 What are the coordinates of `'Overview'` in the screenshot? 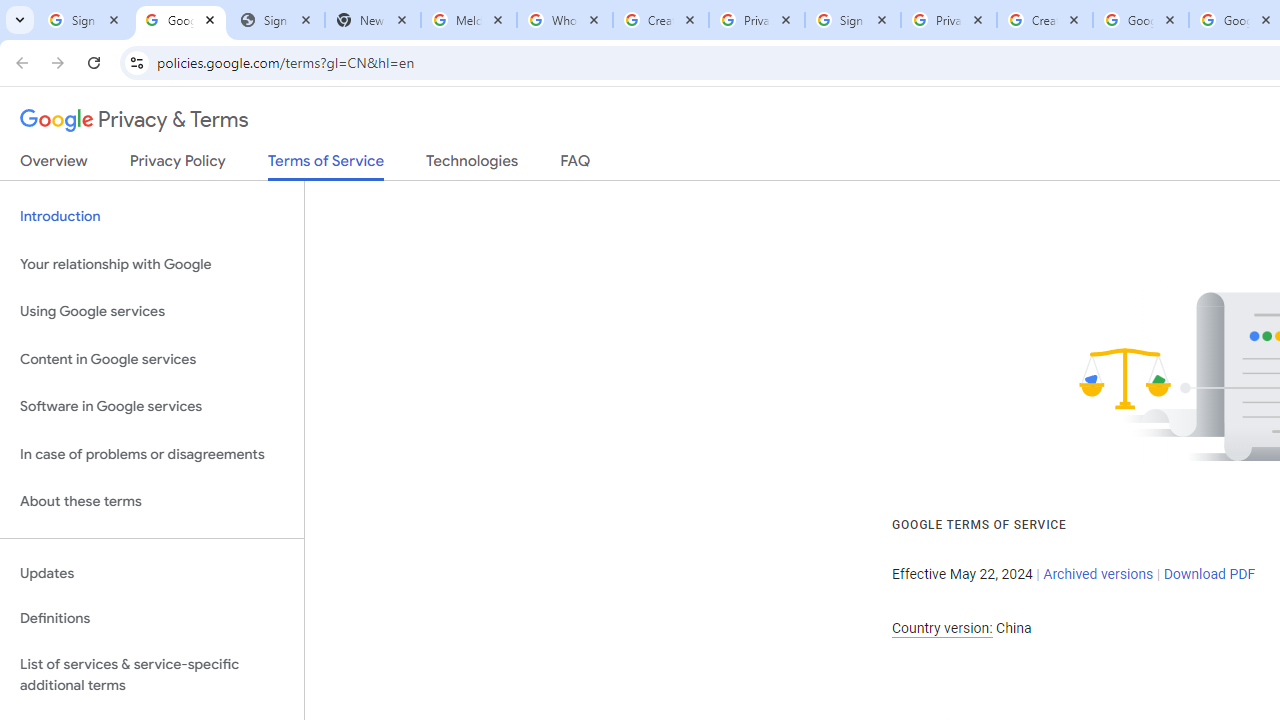 It's located at (54, 164).